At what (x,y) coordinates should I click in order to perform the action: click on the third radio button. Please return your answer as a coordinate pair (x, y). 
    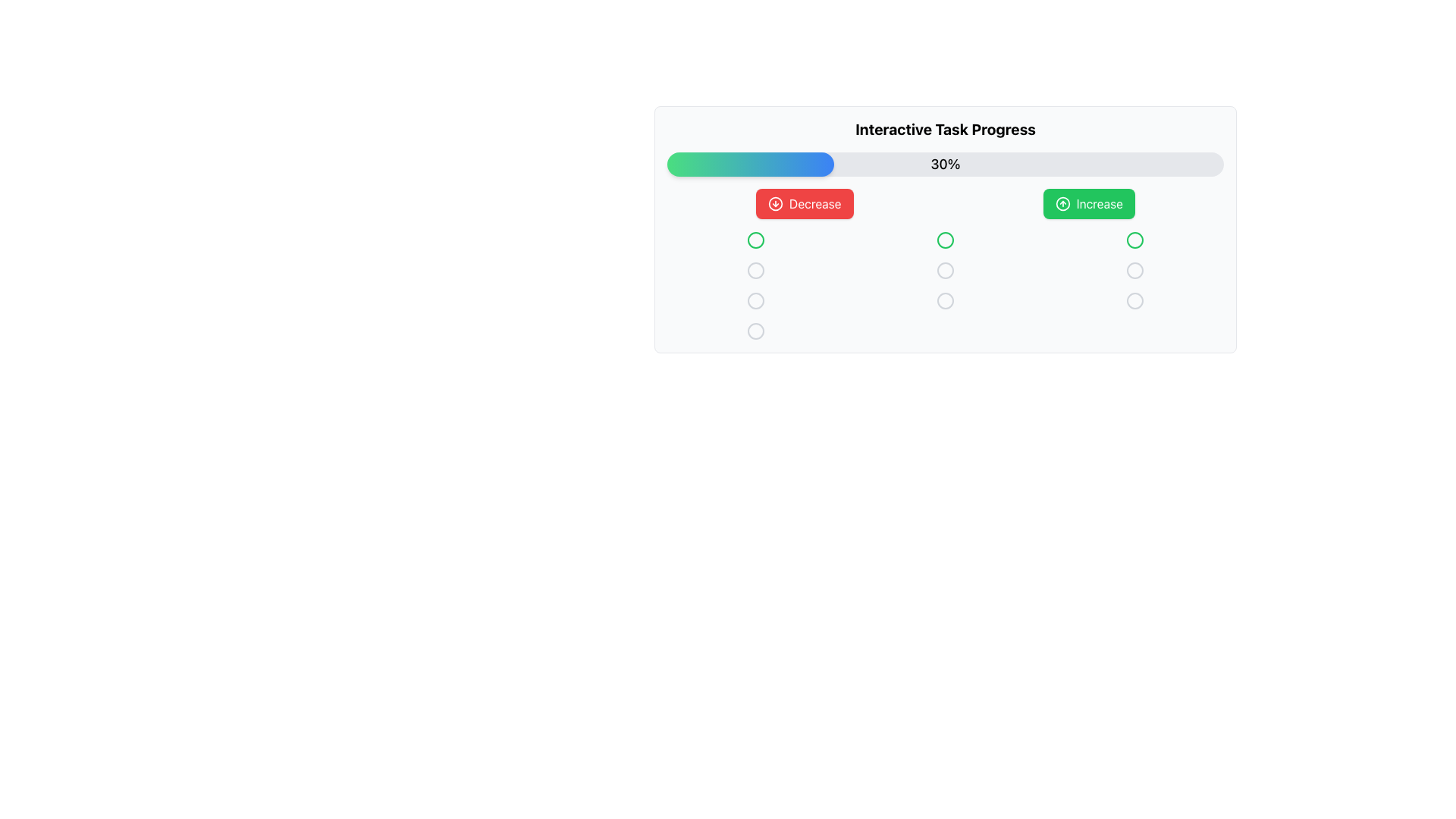
    Looking at the image, I should click on (1135, 270).